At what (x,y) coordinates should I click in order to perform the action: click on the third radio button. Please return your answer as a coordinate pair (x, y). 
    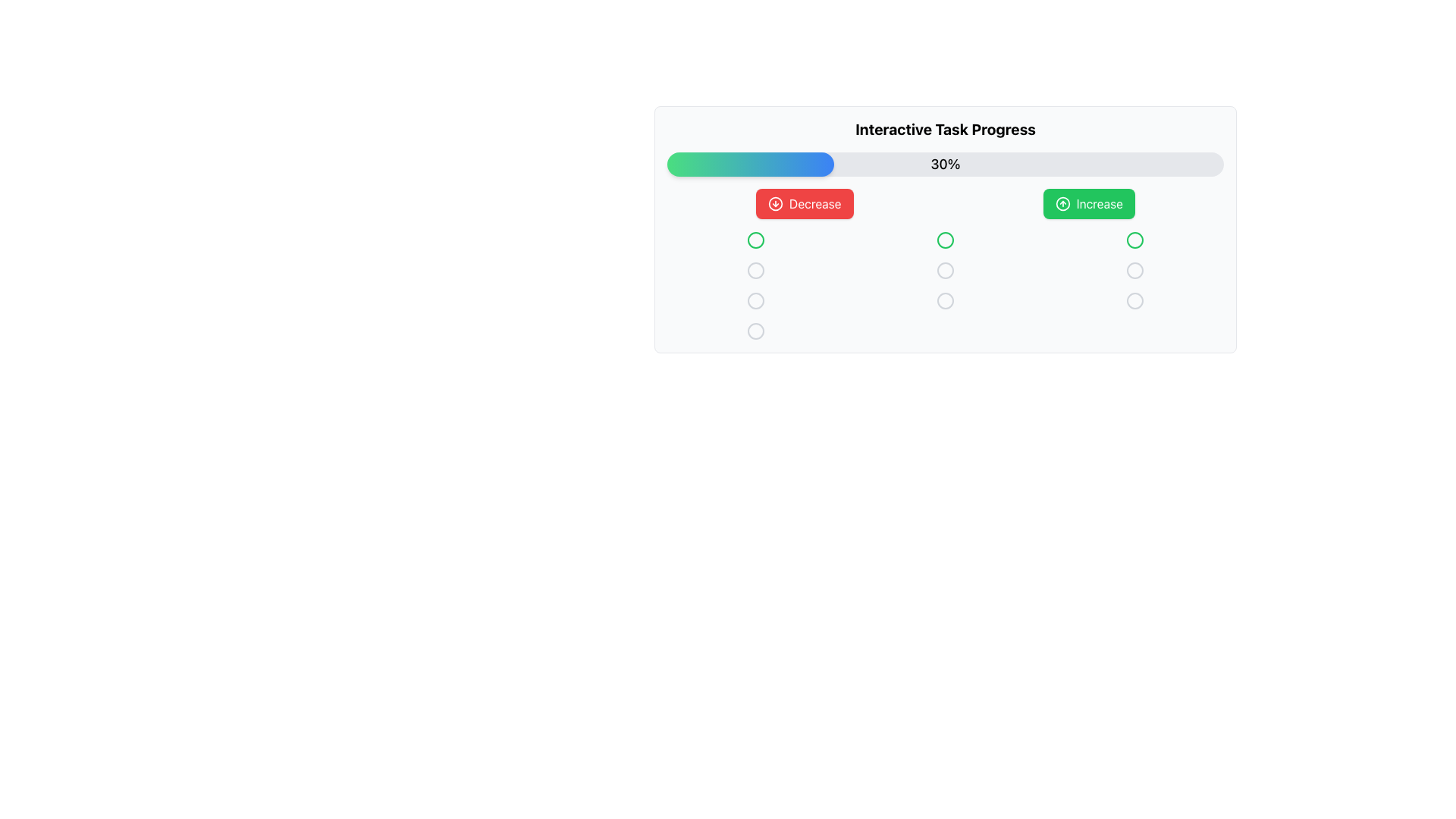
    Looking at the image, I should click on (1135, 270).